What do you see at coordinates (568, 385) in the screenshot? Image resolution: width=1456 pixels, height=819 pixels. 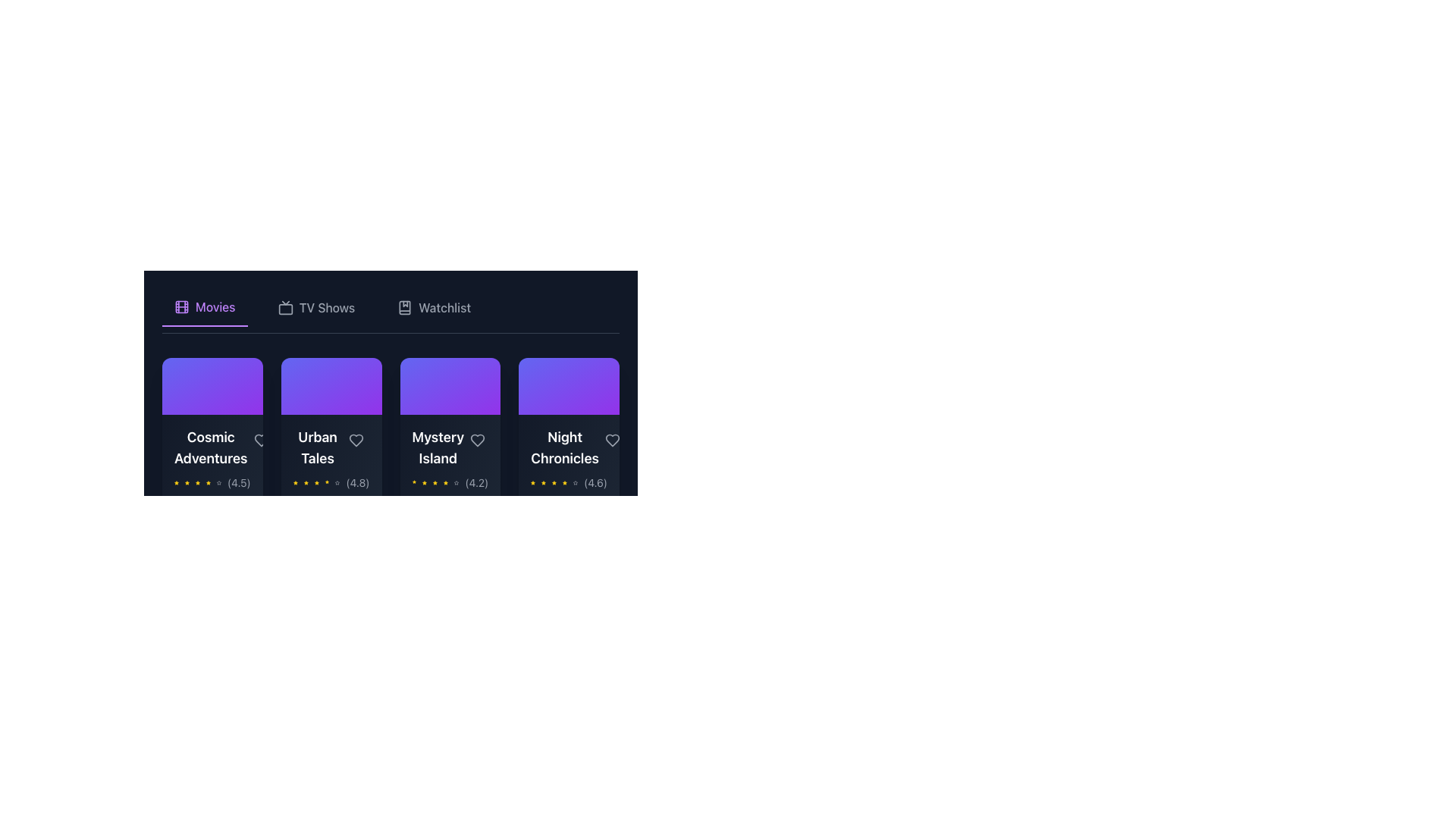 I see `the decorative background area of the 'Night Chronicles' card, which is located at the top section and positioned rightmost among a horizontal list of cards` at bounding box center [568, 385].